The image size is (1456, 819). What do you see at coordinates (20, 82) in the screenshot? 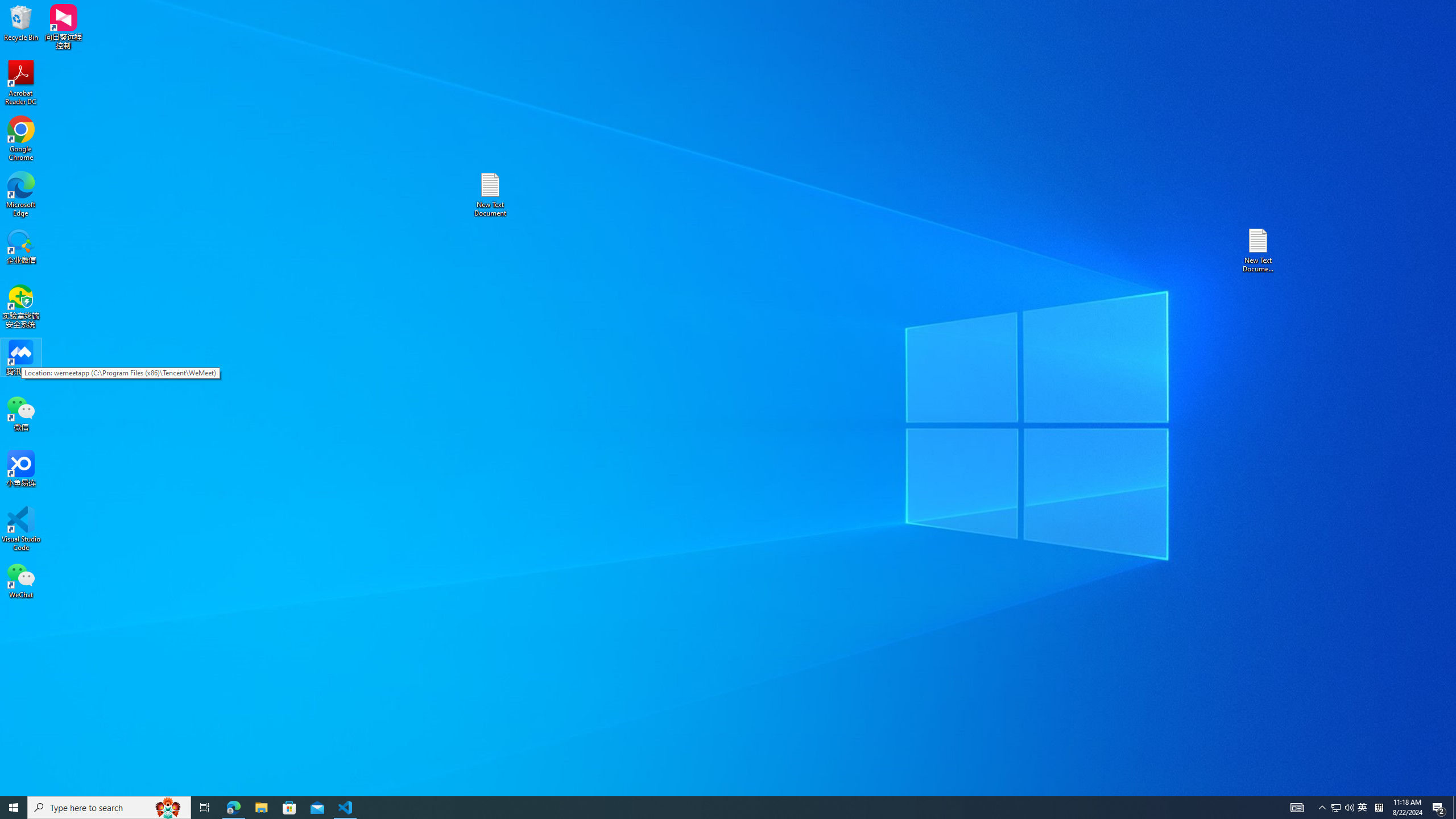
I see `'Acrobat Reader DC'` at bounding box center [20, 82].